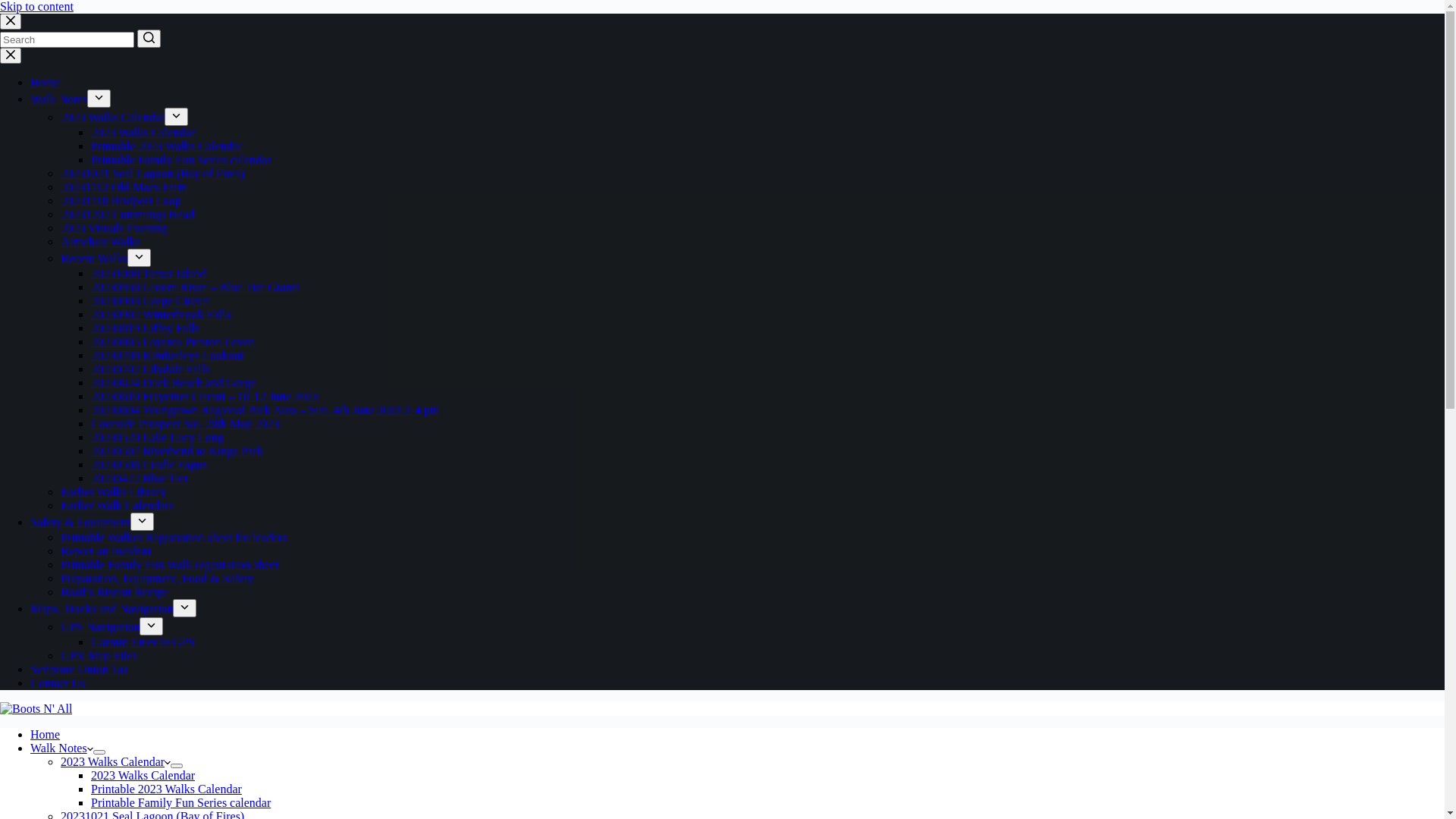 Image resolution: width=1456 pixels, height=819 pixels. I want to click on 'Scripture Union Tas', so click(78, 668).